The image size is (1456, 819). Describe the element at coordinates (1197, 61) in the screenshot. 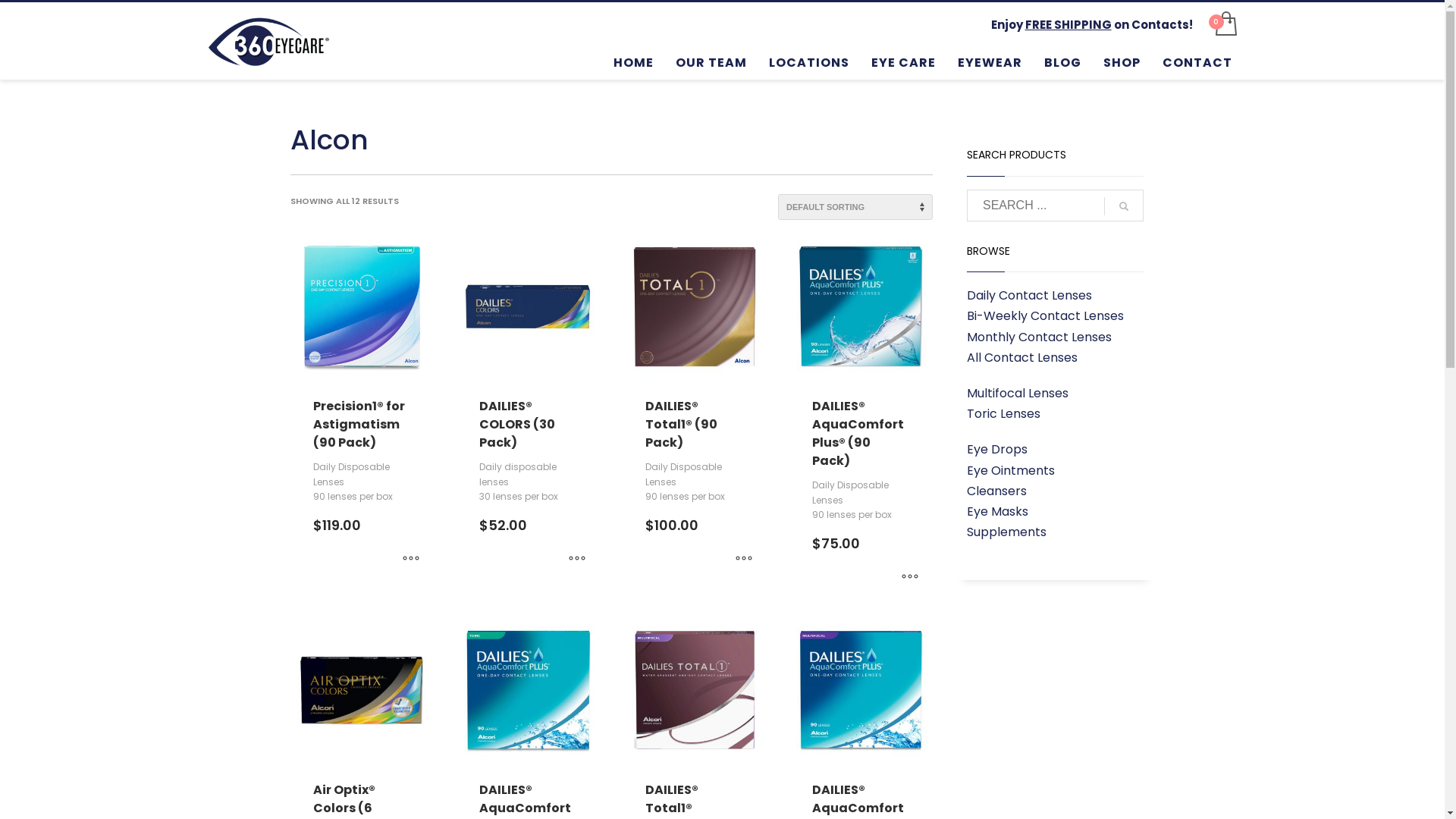

I see `'CONTACT'` at that location.